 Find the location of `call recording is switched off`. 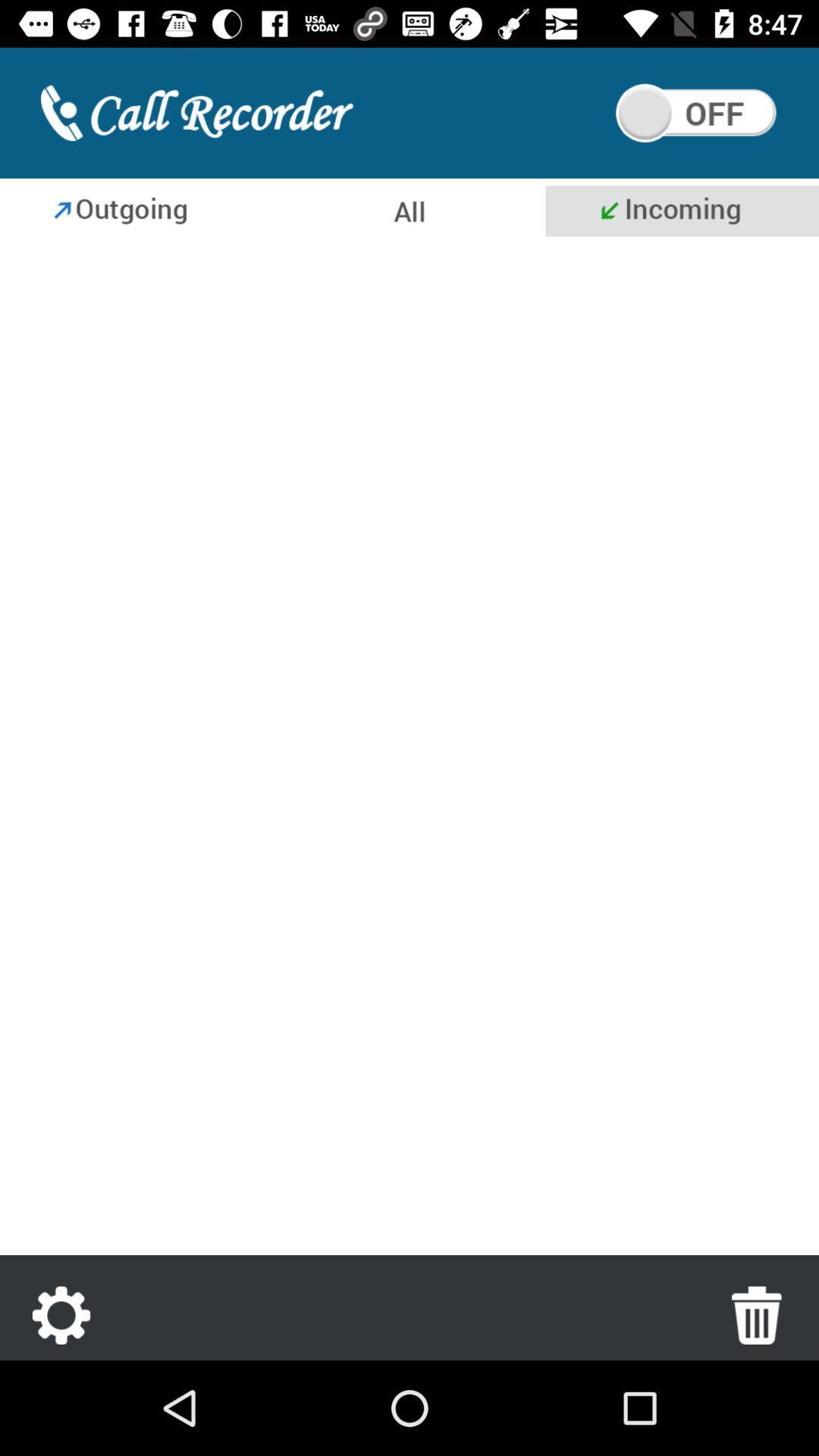

call recording is switched off is located at coordinates (696, 112).